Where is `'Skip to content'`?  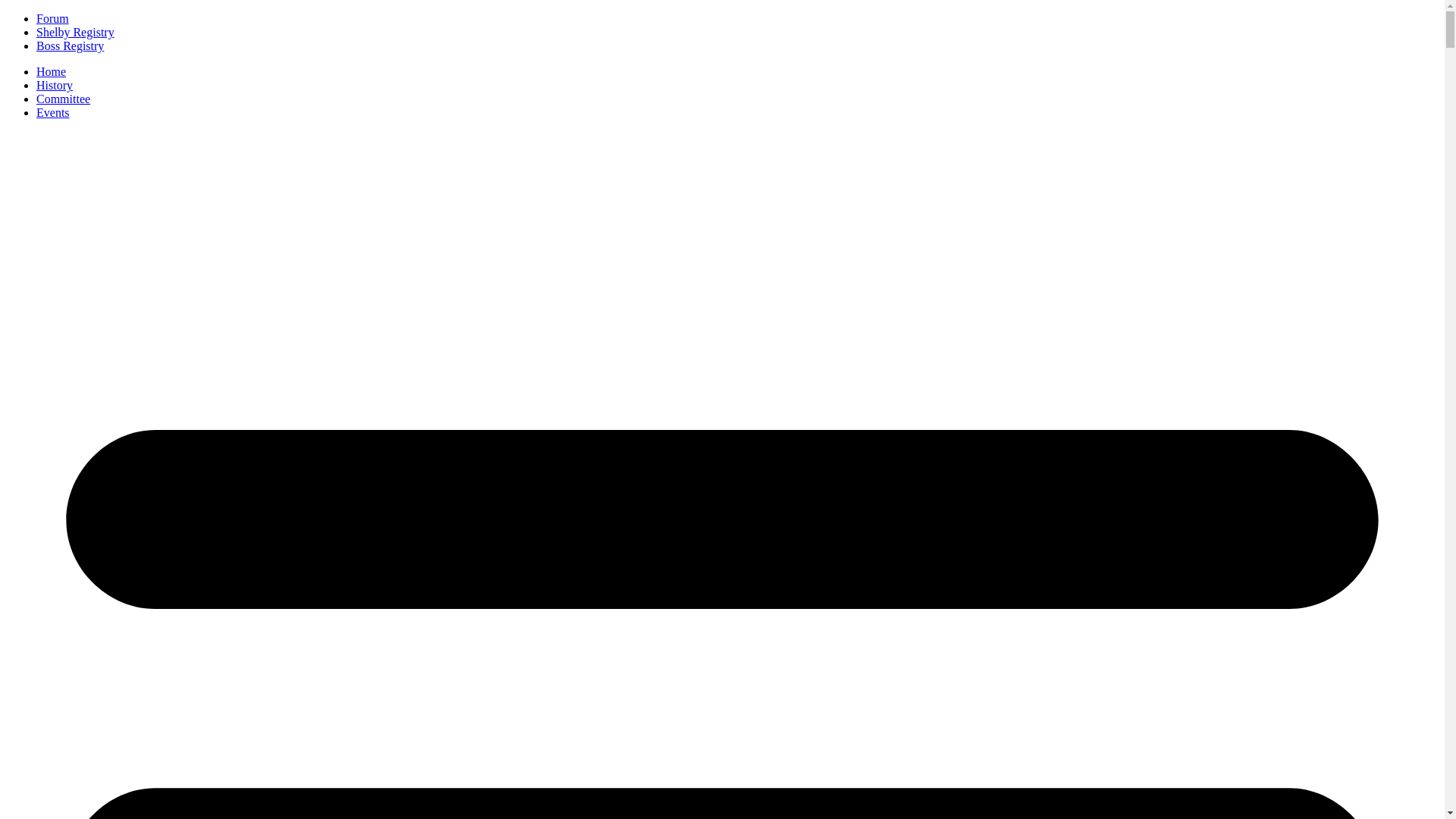
'Skip to content' is located at coordinates (5, 11).